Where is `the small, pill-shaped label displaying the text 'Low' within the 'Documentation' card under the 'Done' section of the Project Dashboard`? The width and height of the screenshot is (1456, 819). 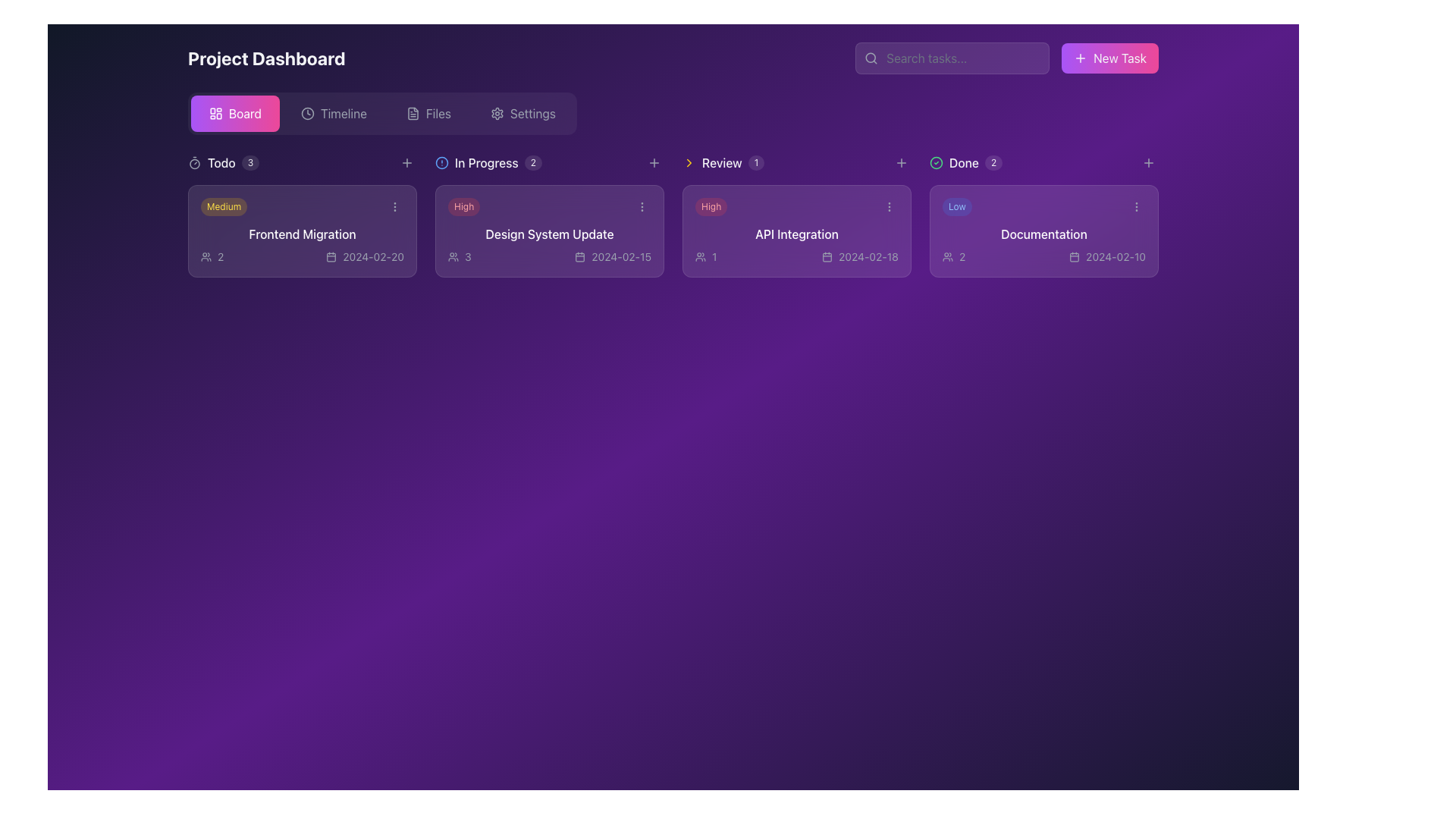
the small, pill-shaped label displaying the text 'Low' within the 'Documentation' card under the 'Done' section of the Project Dashboard is located at coordinates (956, 207).